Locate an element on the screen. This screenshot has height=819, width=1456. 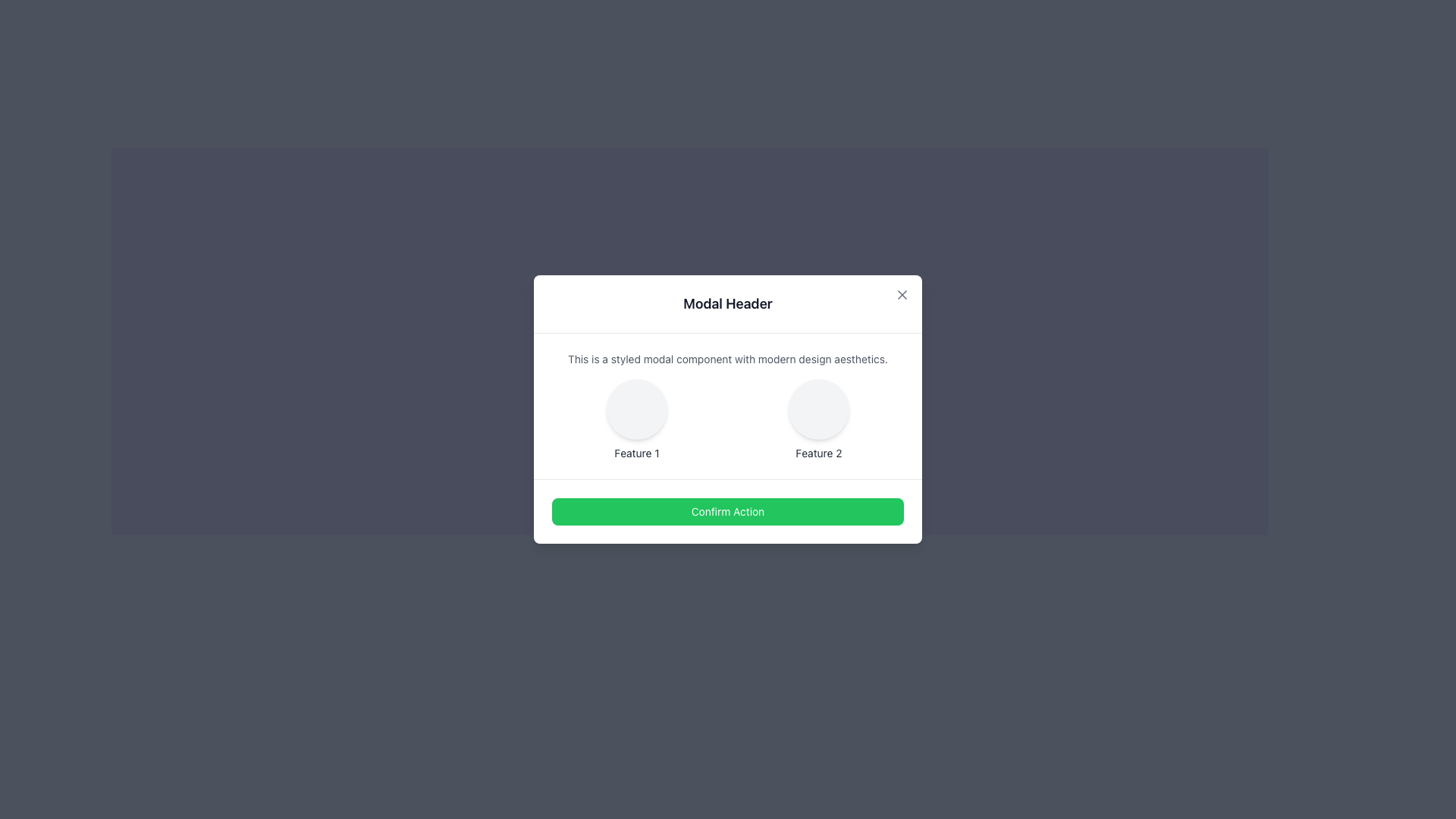
the text label displaying 'Feature 2', which is styled in gray color and located within a modal dialog below a circular graphical element is located at coordinates (818, 452).